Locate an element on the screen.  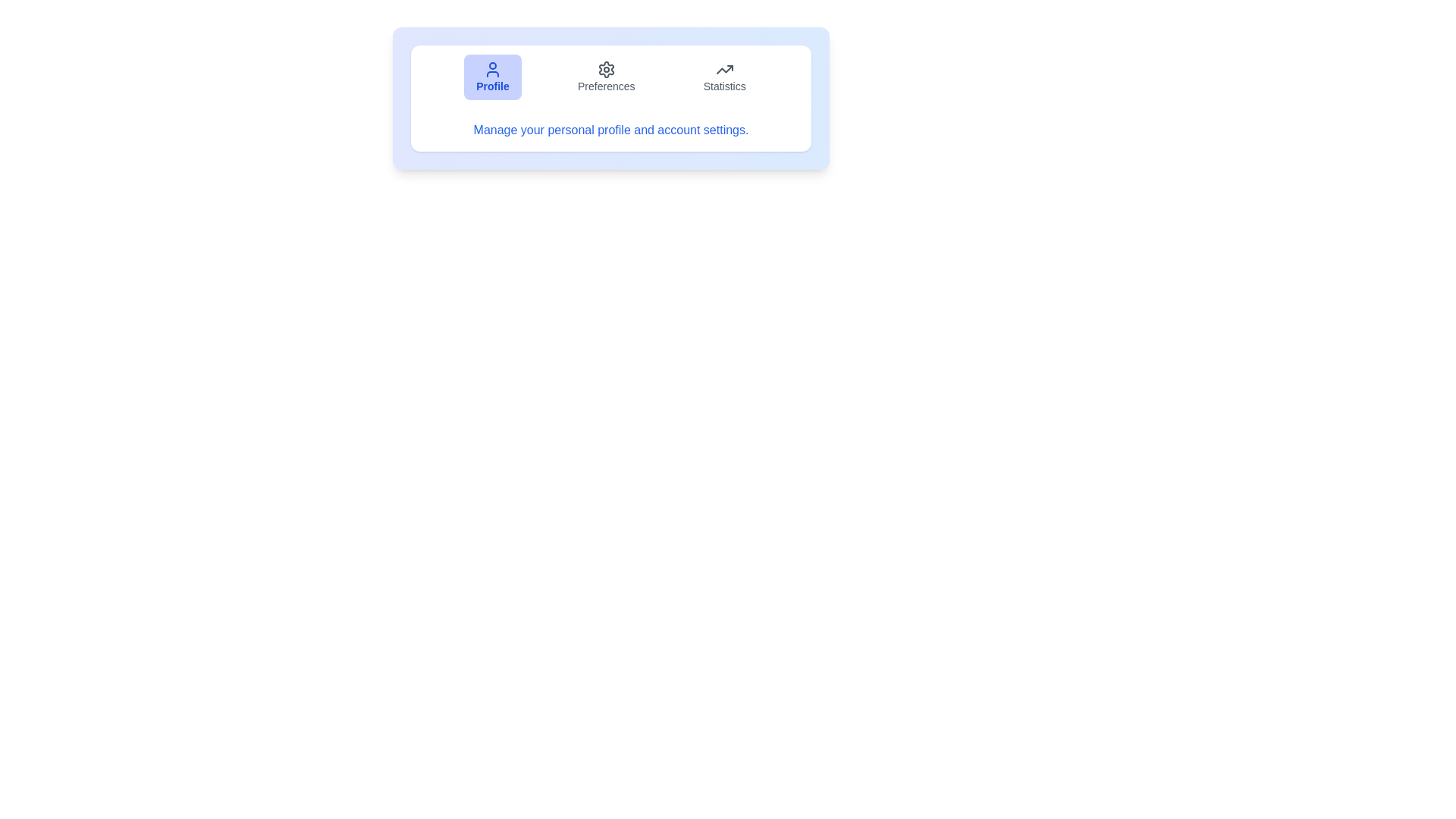
the text 'Manage your personal profile and account settings.' is located at coordinates (611, 130).